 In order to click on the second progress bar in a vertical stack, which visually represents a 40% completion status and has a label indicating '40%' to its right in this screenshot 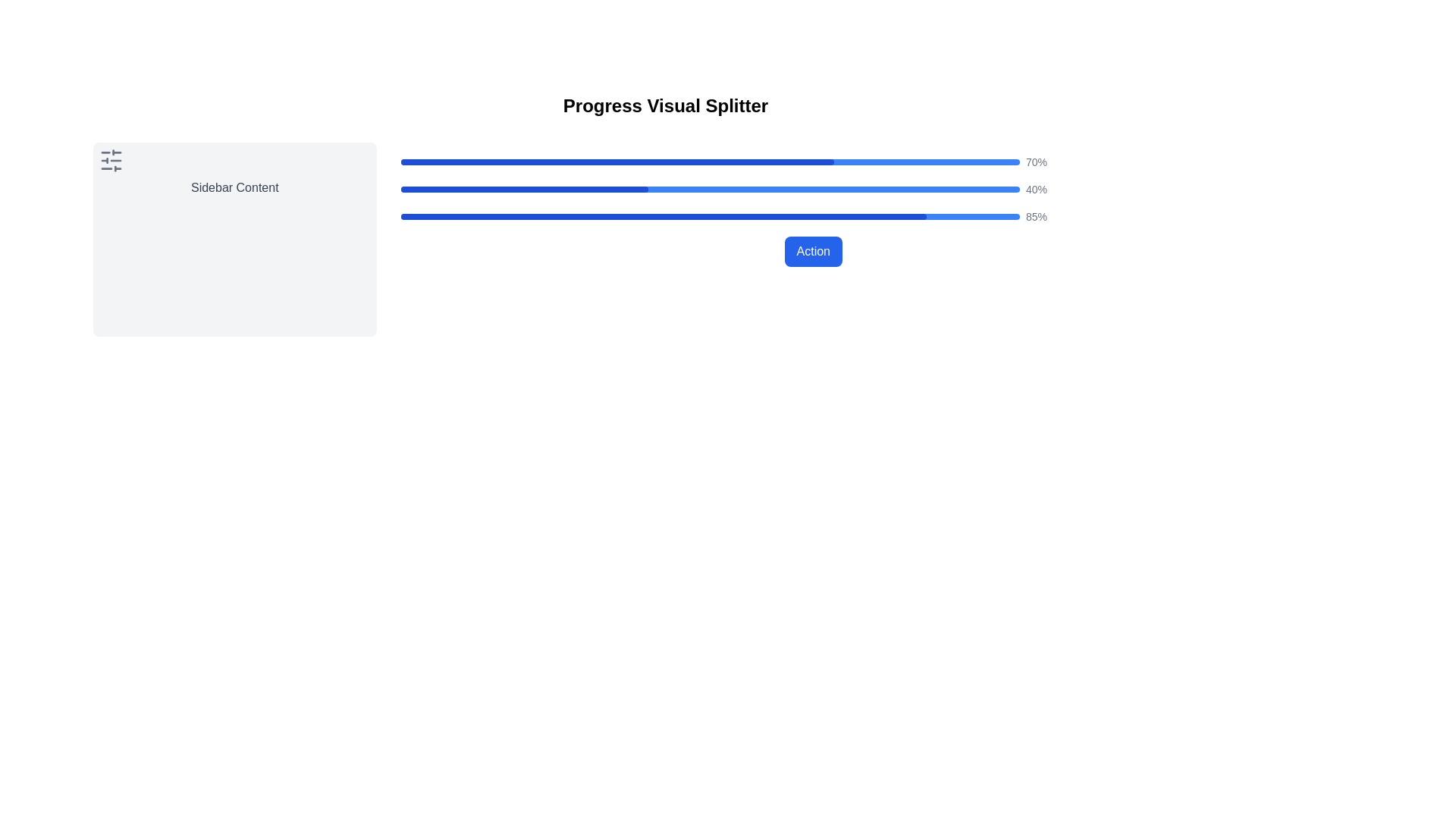, I will do `click(812, 189)`.